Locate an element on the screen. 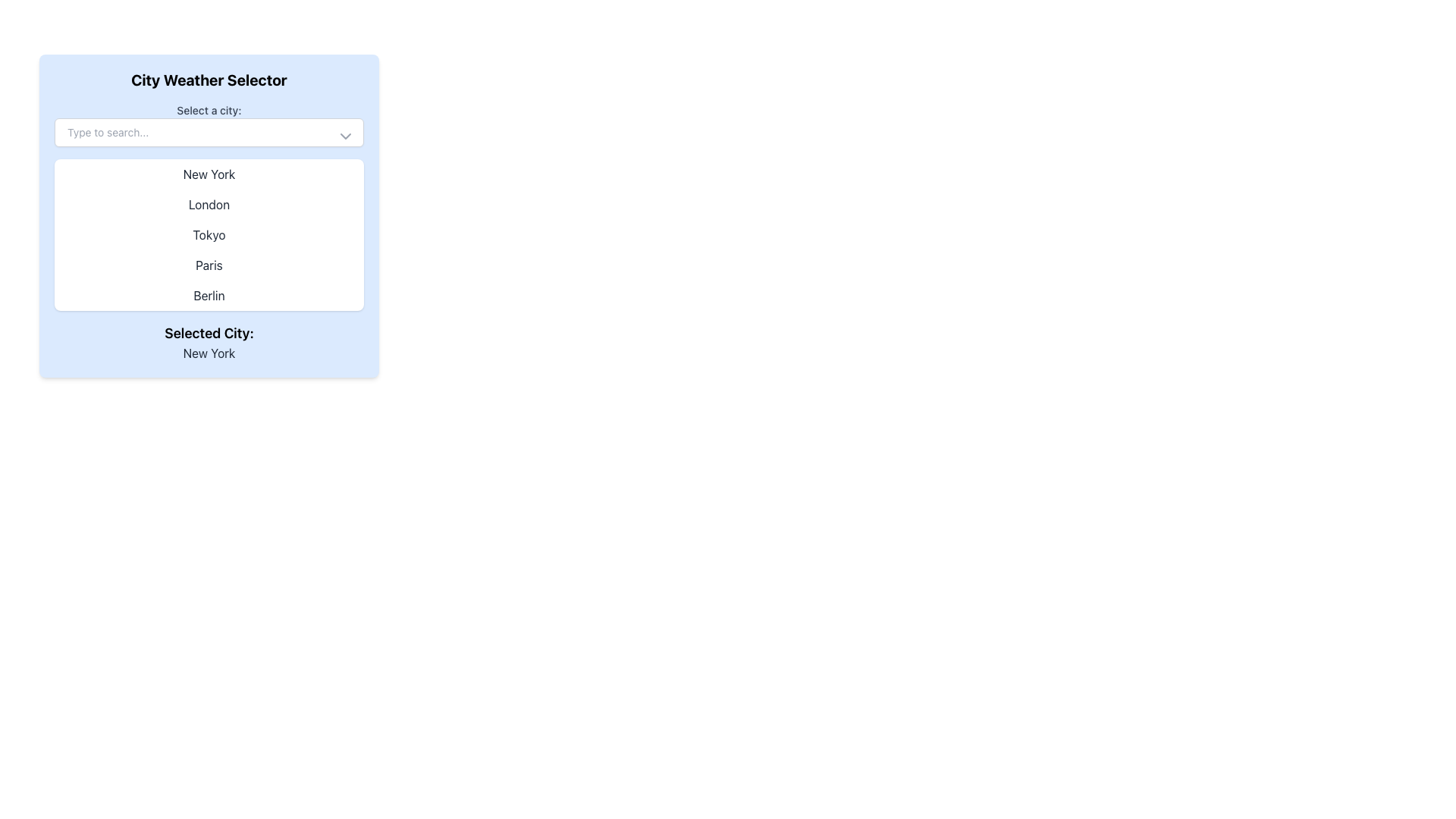 This screenshot has width=1456, height=819. the downward chevron button located at the top-right corner of the search input box is located at coordinates (345, 136).